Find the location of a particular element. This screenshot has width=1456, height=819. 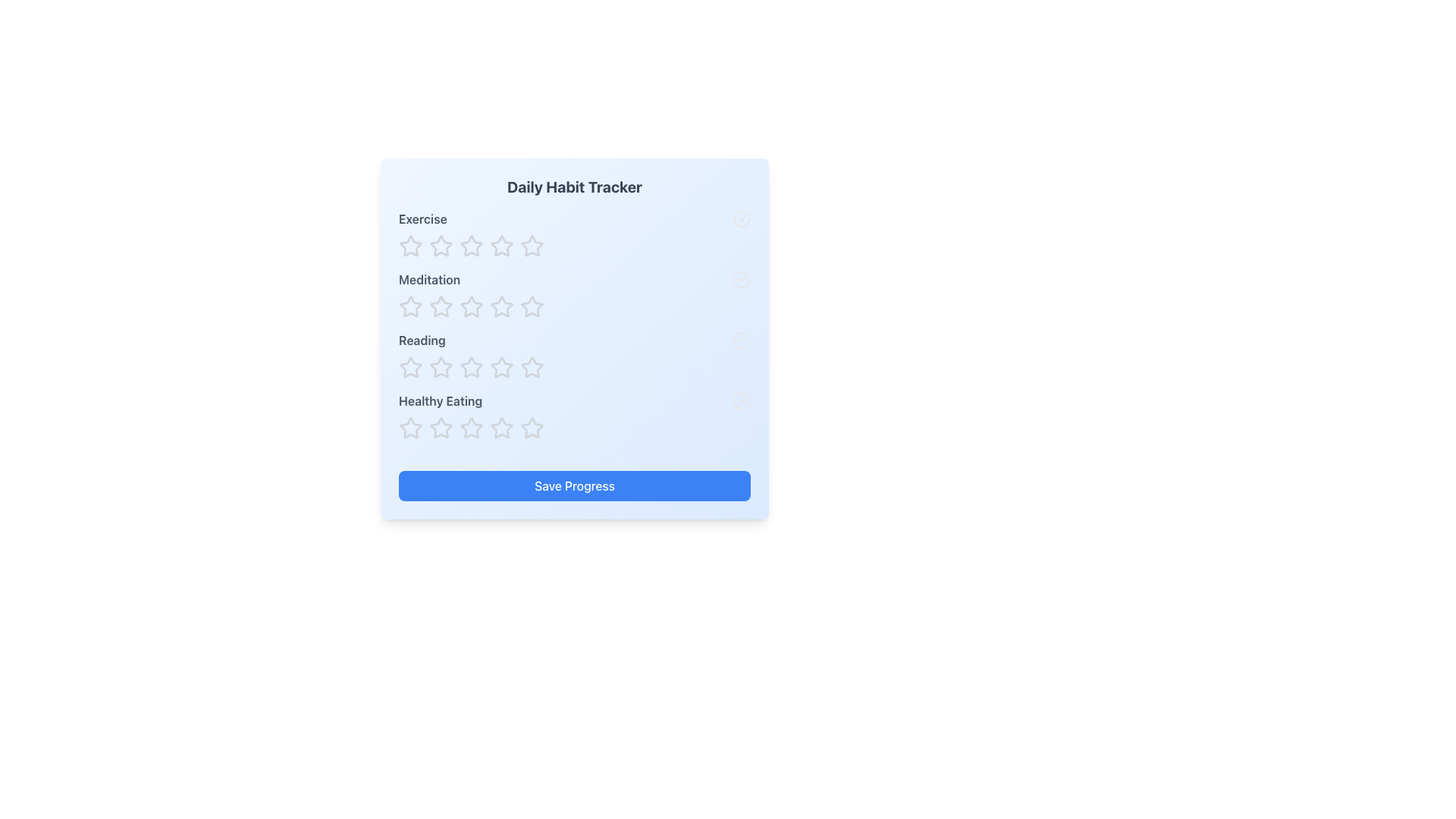

'Meditation' label which is positioned on the left side of the row, adjacent to a series of icons on the right is located at coordinates (428, 280).